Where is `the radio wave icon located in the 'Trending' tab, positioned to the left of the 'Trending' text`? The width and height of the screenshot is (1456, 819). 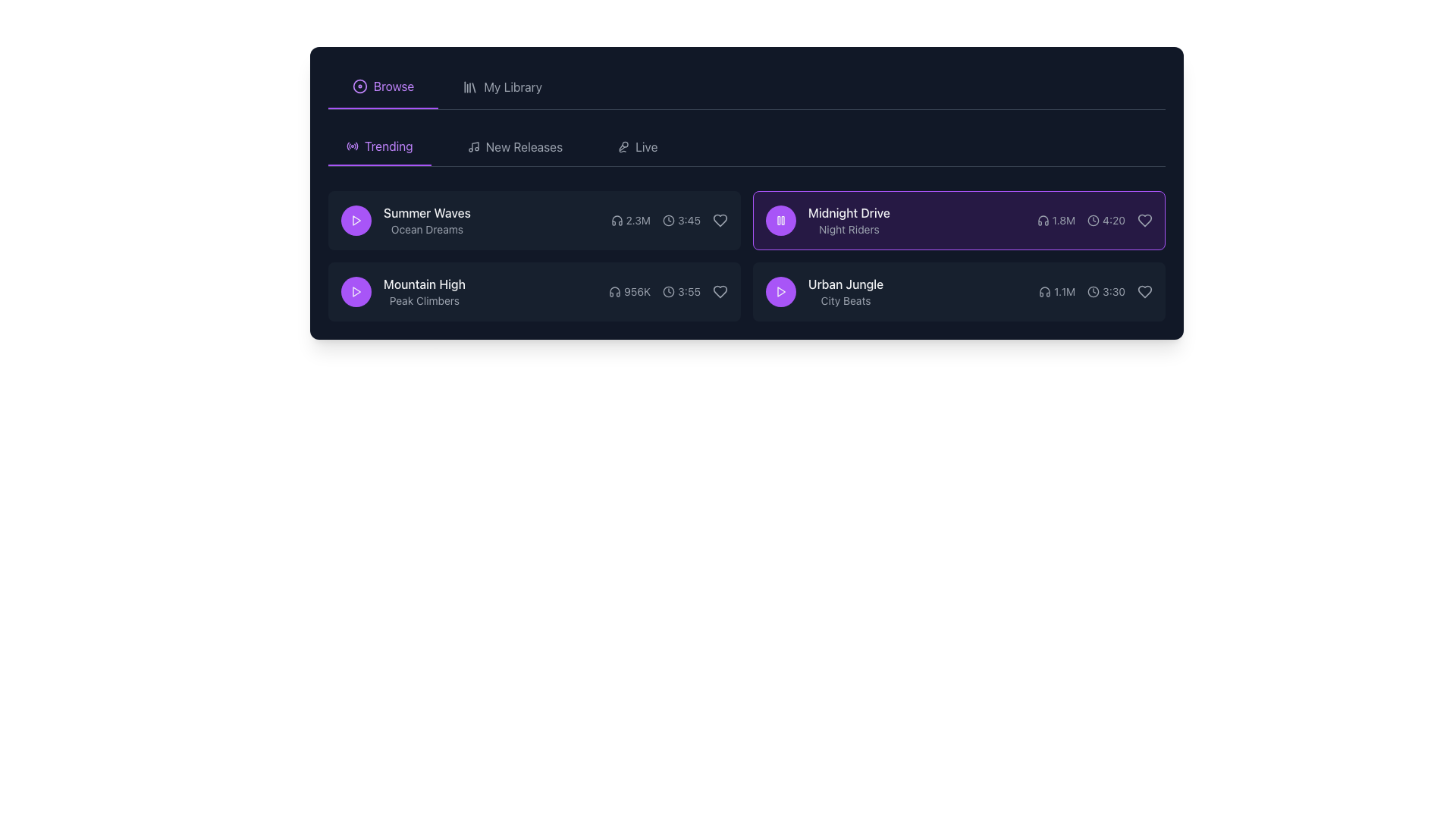
the radio wave icon located in the 'Trending' tab, positioned to the left of the 'Trending' text is located at coordinates (352, 146).